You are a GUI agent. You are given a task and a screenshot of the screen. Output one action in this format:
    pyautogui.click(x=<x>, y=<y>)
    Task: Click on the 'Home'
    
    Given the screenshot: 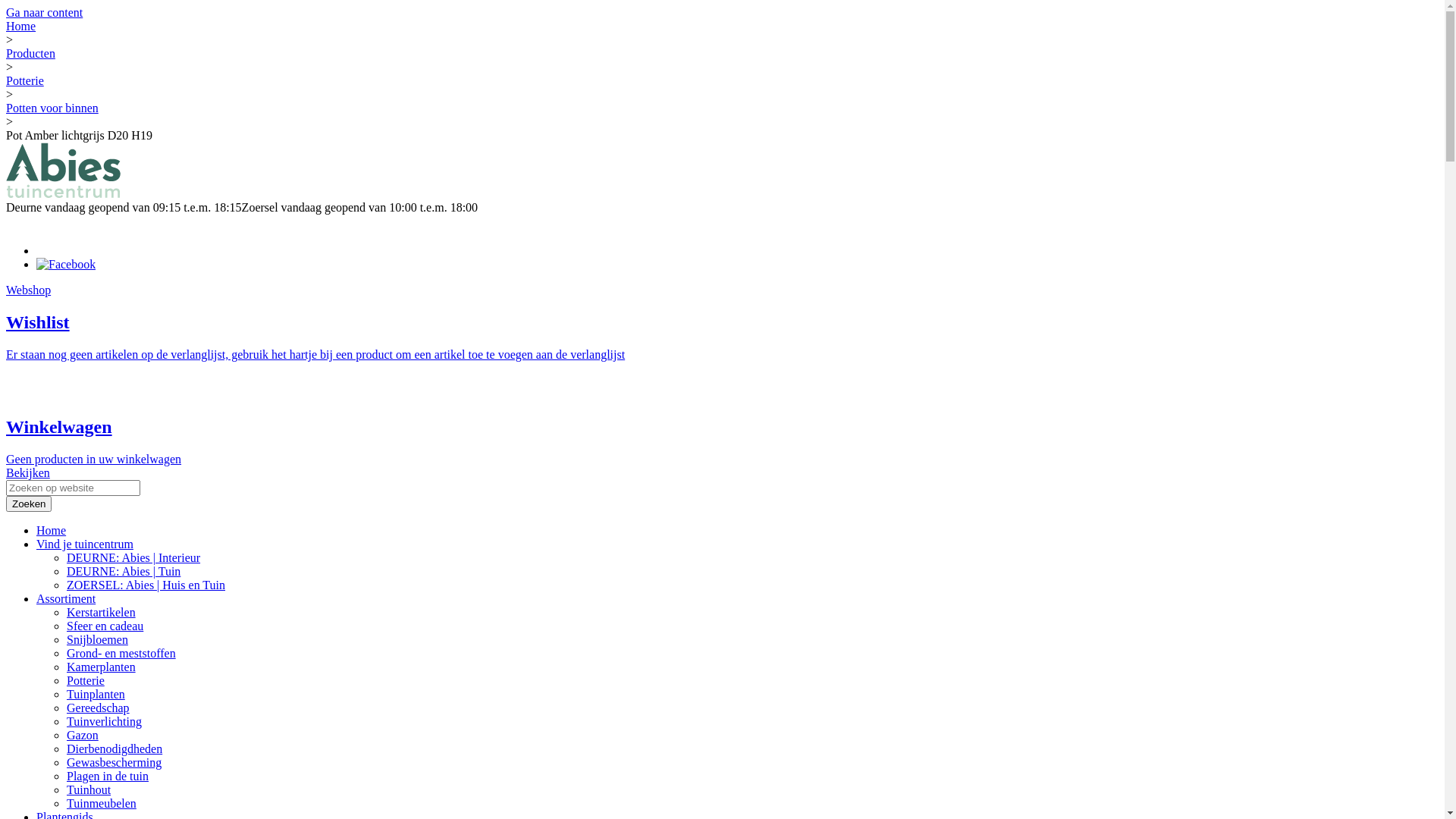 What is the action you would take?
    pyautogui.click(x=51, y=529)
    